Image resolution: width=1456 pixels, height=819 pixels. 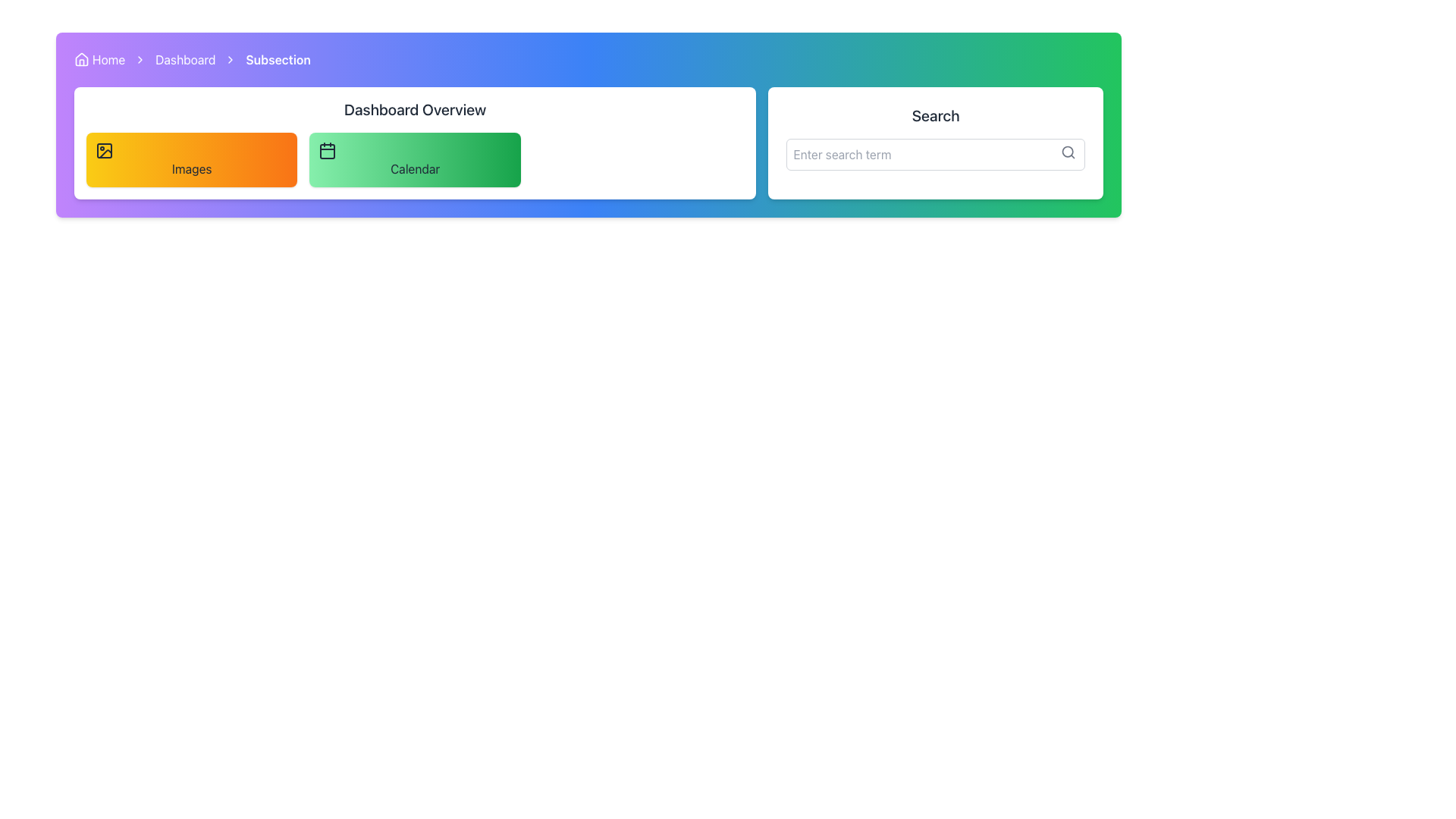 I want to click on the 'Images' button, so click(x=191, y=160).